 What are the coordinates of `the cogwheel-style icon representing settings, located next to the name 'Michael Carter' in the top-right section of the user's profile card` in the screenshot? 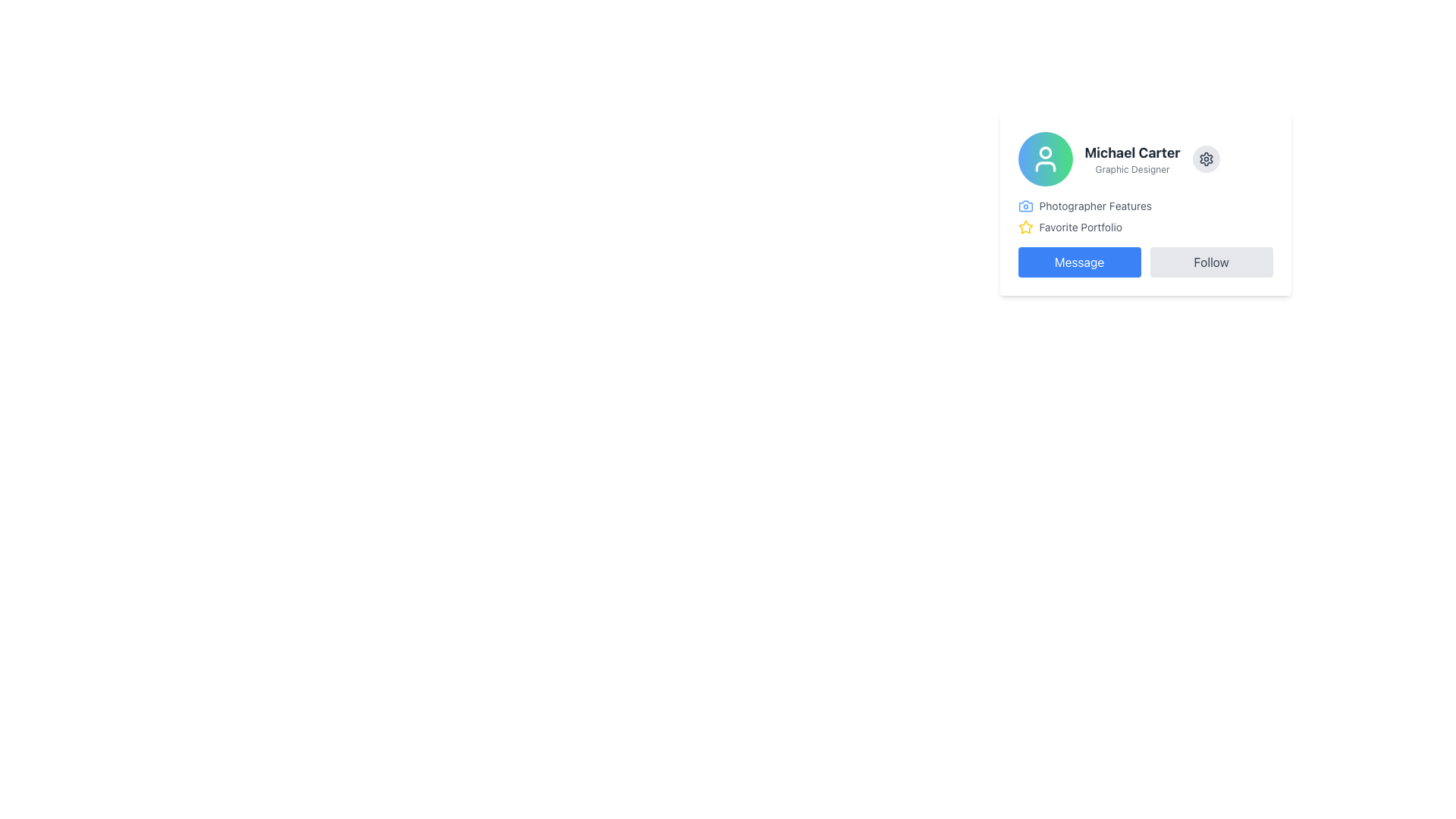 It's located at (1205, 158).